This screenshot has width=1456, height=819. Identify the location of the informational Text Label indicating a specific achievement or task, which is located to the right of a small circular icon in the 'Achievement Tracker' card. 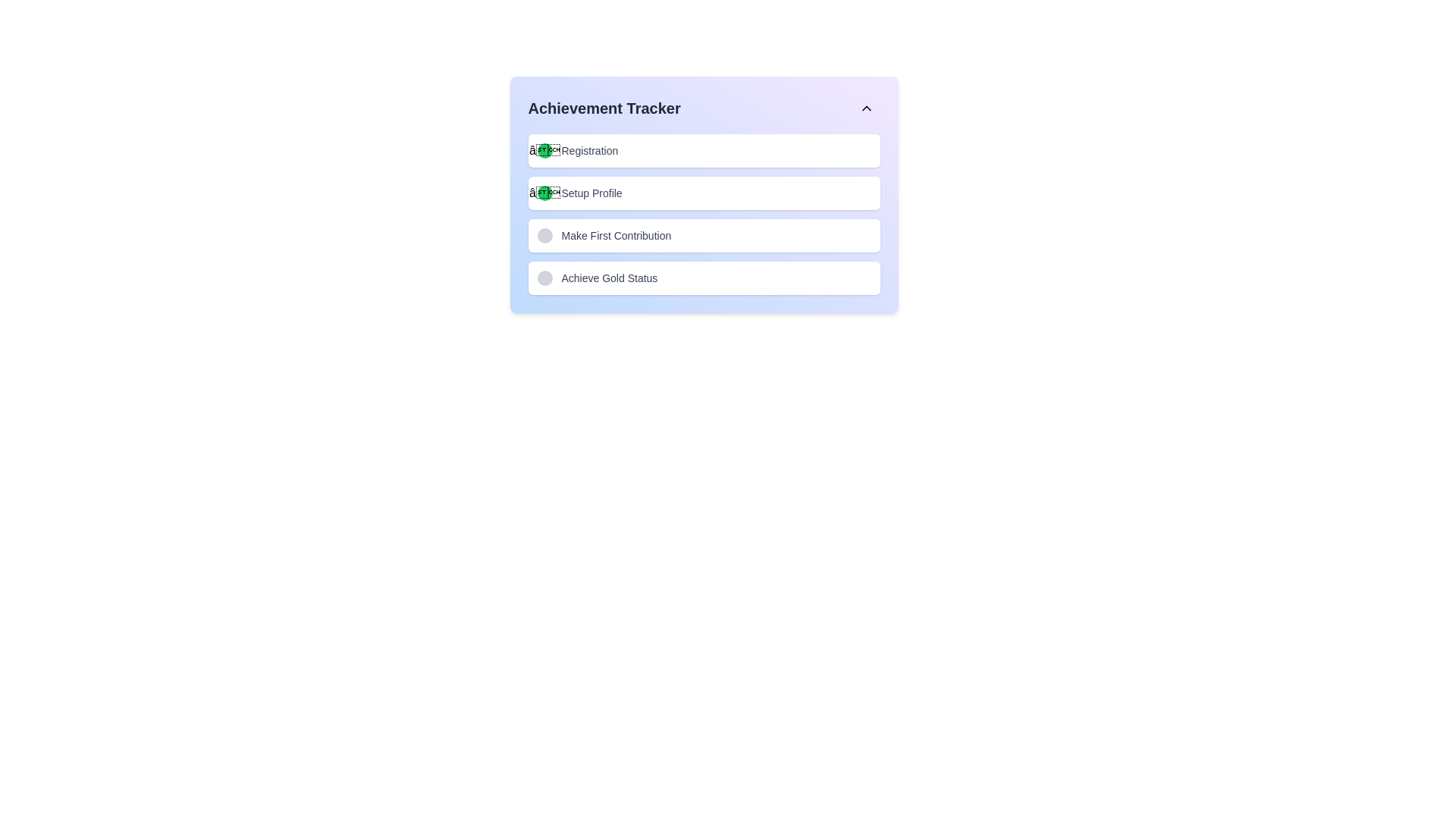
(616, 236).